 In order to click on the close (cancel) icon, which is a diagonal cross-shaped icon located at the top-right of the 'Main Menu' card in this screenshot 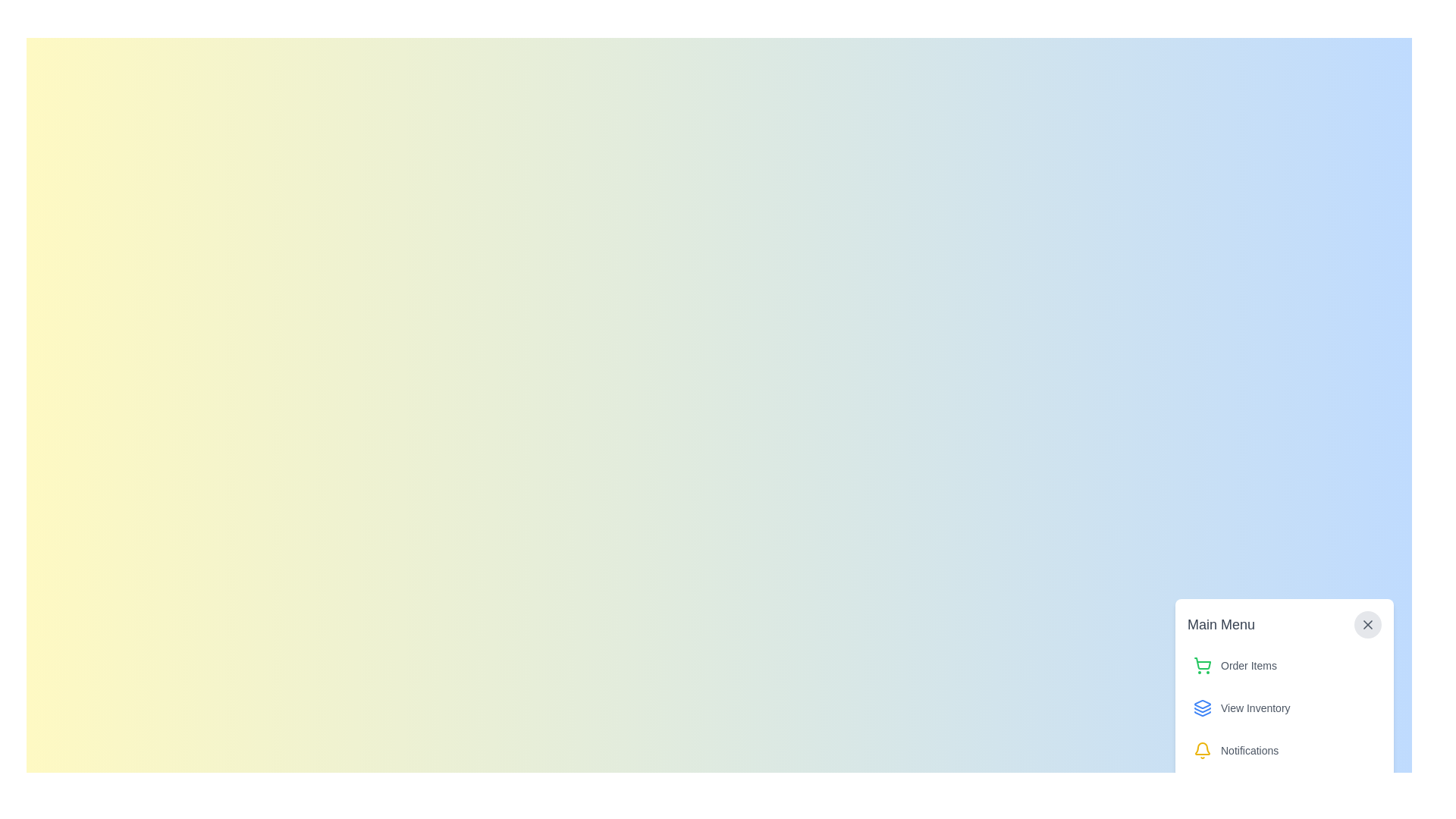, I will do `click(1368, 625)`.